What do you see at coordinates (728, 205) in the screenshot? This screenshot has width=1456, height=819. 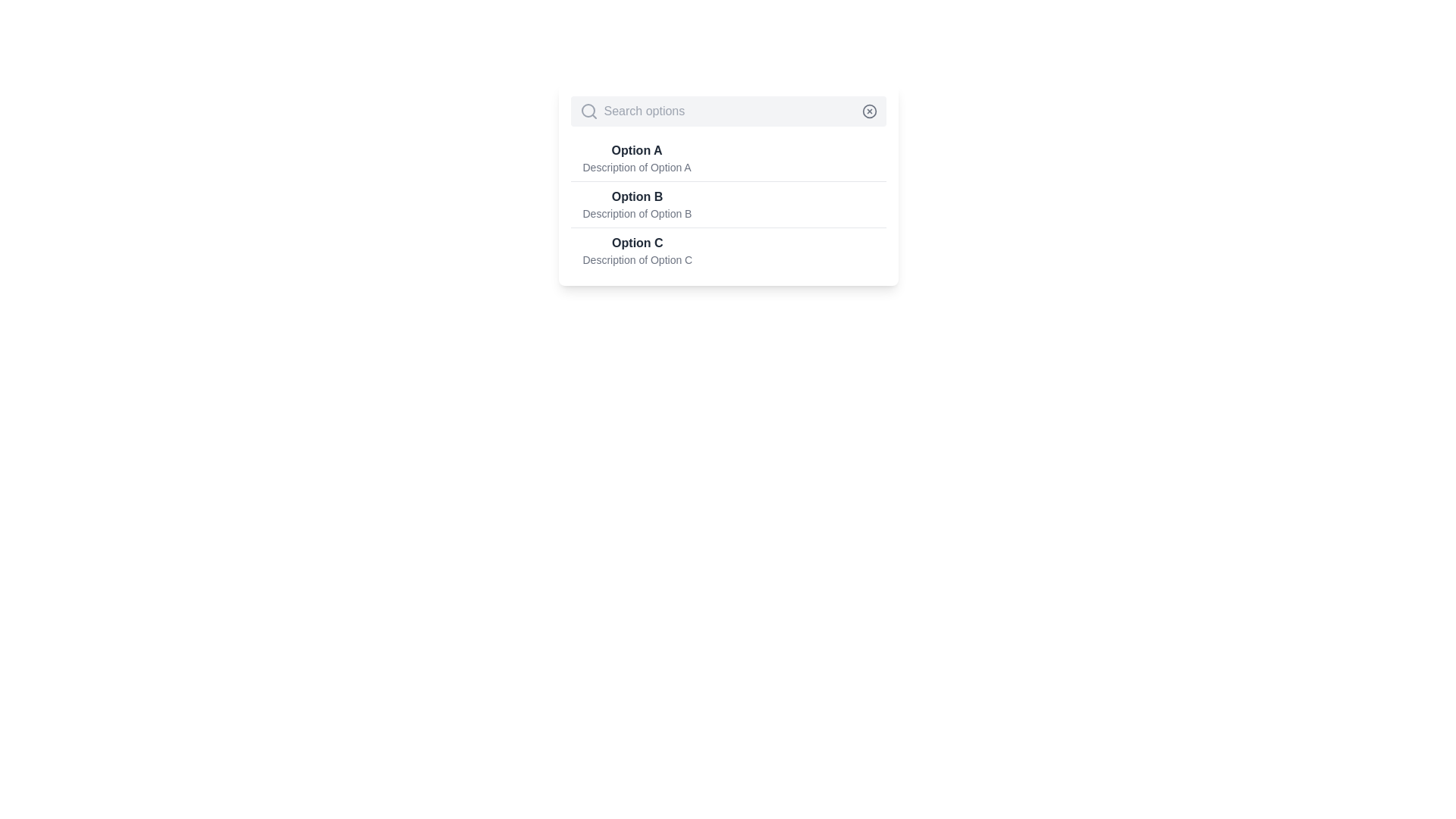 I see `the list item displaying 'Option B'` at bounding box center [728, 205].